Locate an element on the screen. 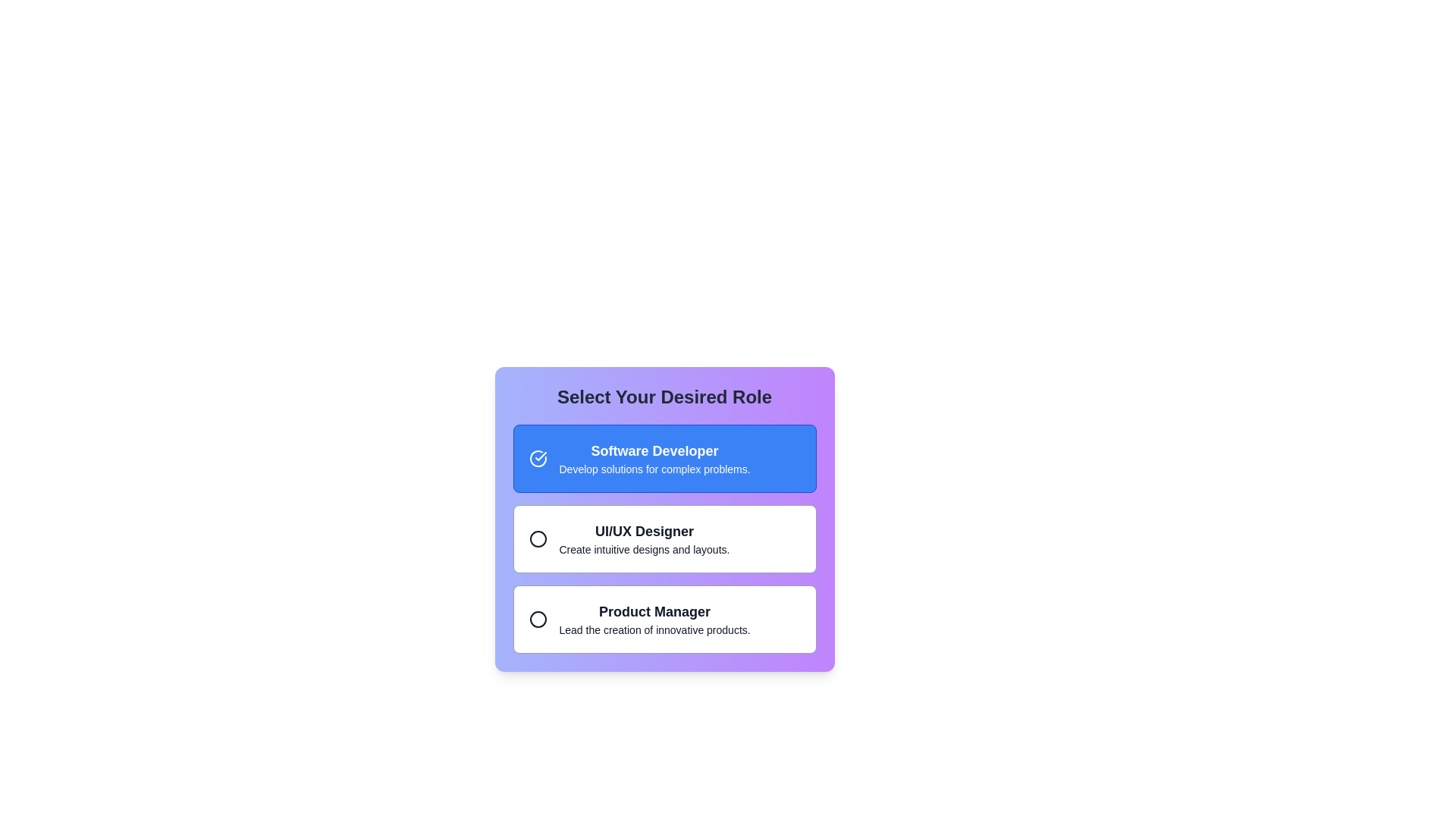 This screenshot has width=1456, height=819. the icon located to the immediate left of the text 'UI/UX Designer' is located at coordinates (538, 538).